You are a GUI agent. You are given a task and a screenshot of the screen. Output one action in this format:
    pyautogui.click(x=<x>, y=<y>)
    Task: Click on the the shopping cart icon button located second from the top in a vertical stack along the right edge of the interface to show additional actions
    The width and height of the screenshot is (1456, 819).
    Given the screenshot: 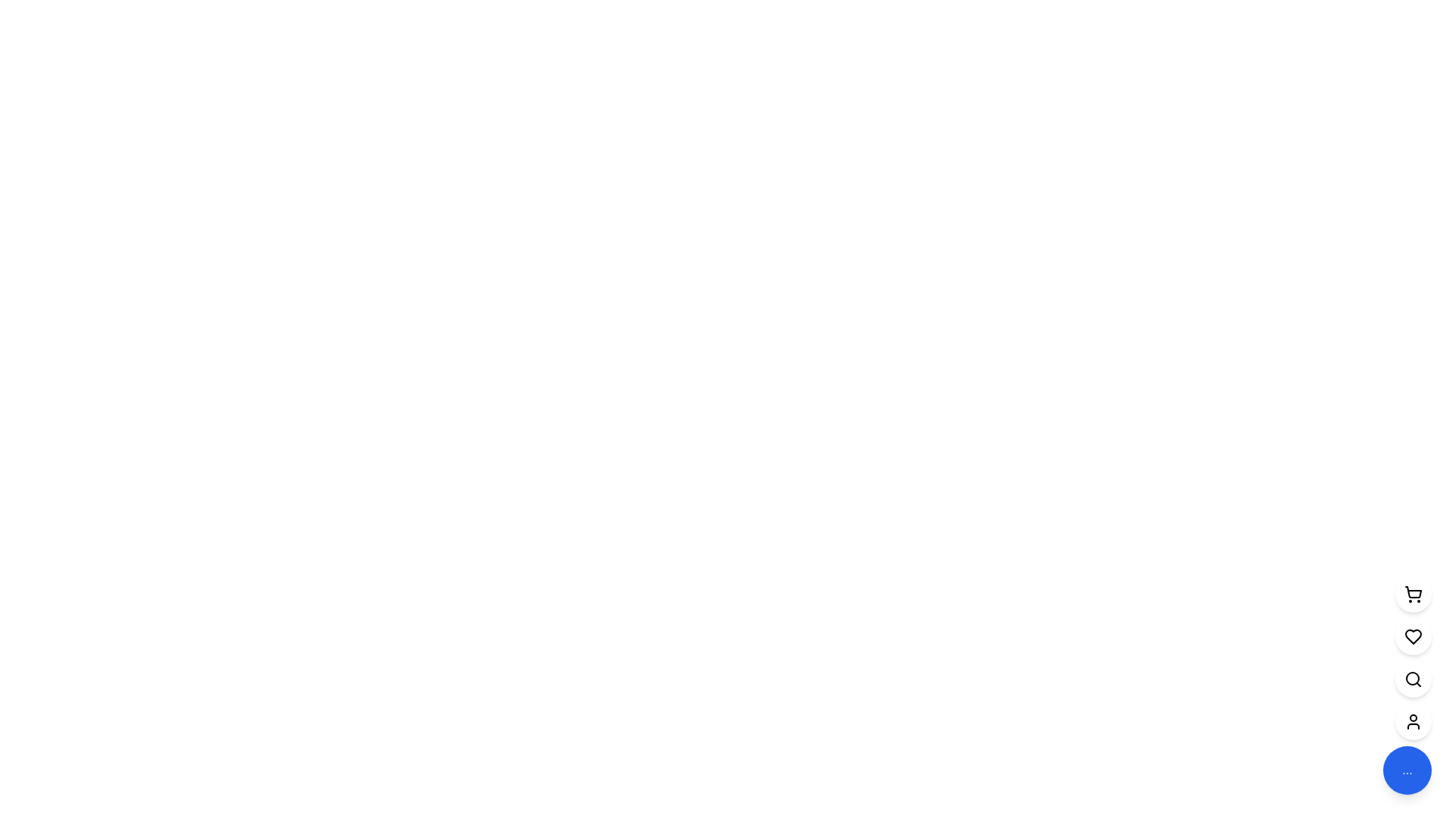 What is the action you would take?
    pyautogui.click(x=1412, y=593)
    